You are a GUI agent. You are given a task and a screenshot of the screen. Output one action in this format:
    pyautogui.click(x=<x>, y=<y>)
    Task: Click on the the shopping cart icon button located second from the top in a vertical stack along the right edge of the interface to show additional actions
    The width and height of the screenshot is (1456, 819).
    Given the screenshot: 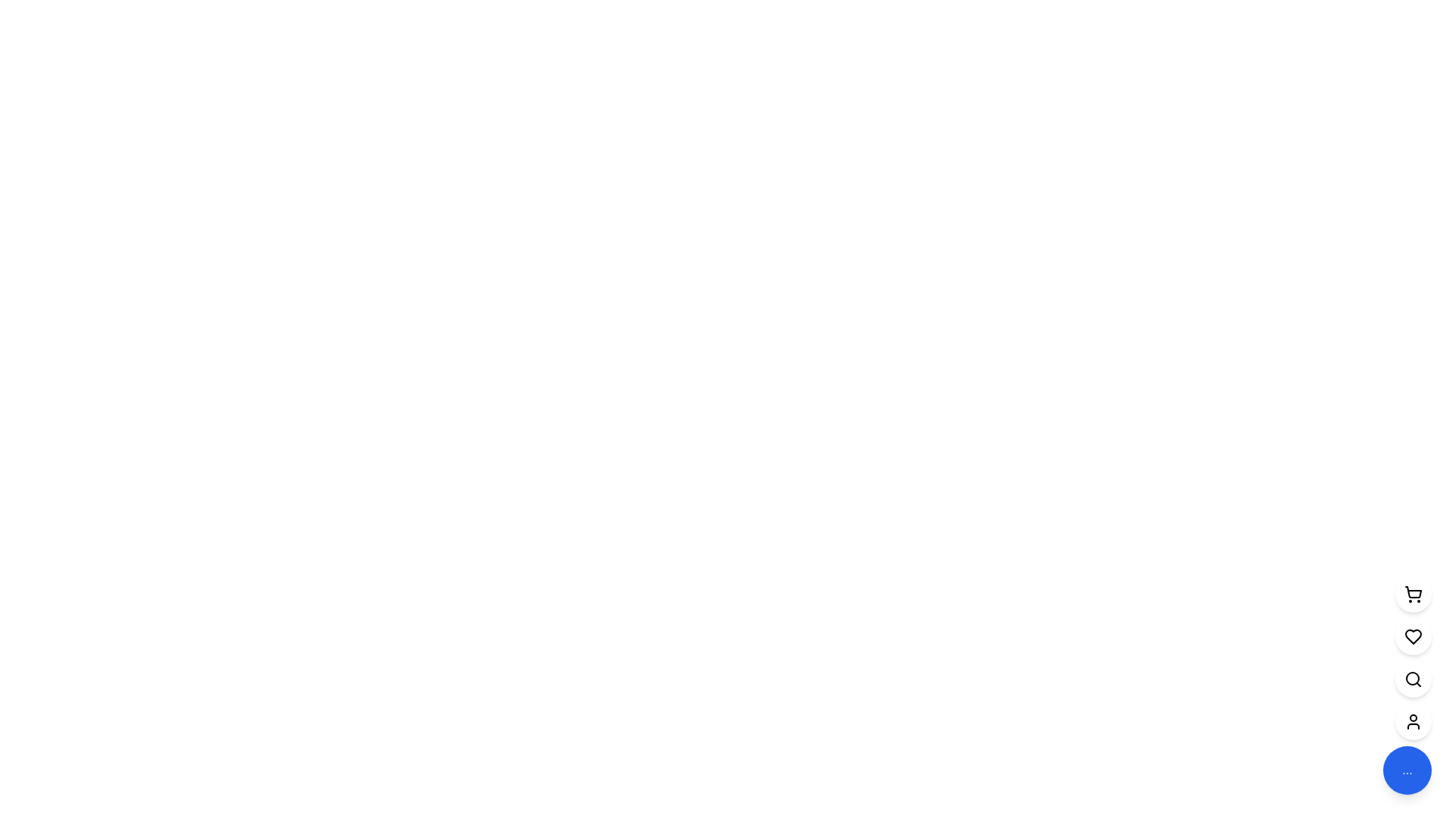 What is the action you would take?
    pyautogui.click(x=1412, y=593)
    